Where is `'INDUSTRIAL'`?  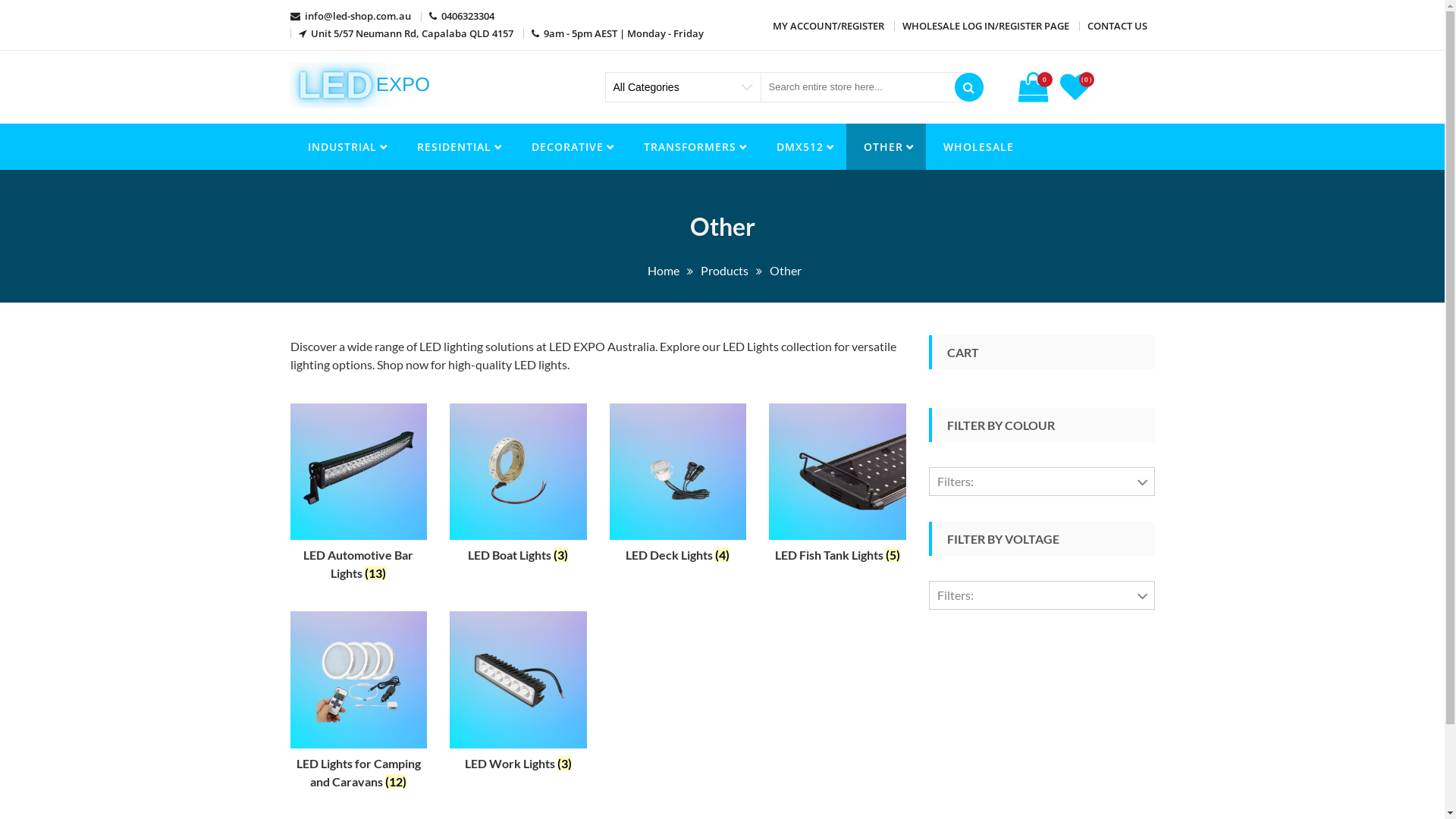
'INDUSTRIAL' is located at coordinates (290, 146).